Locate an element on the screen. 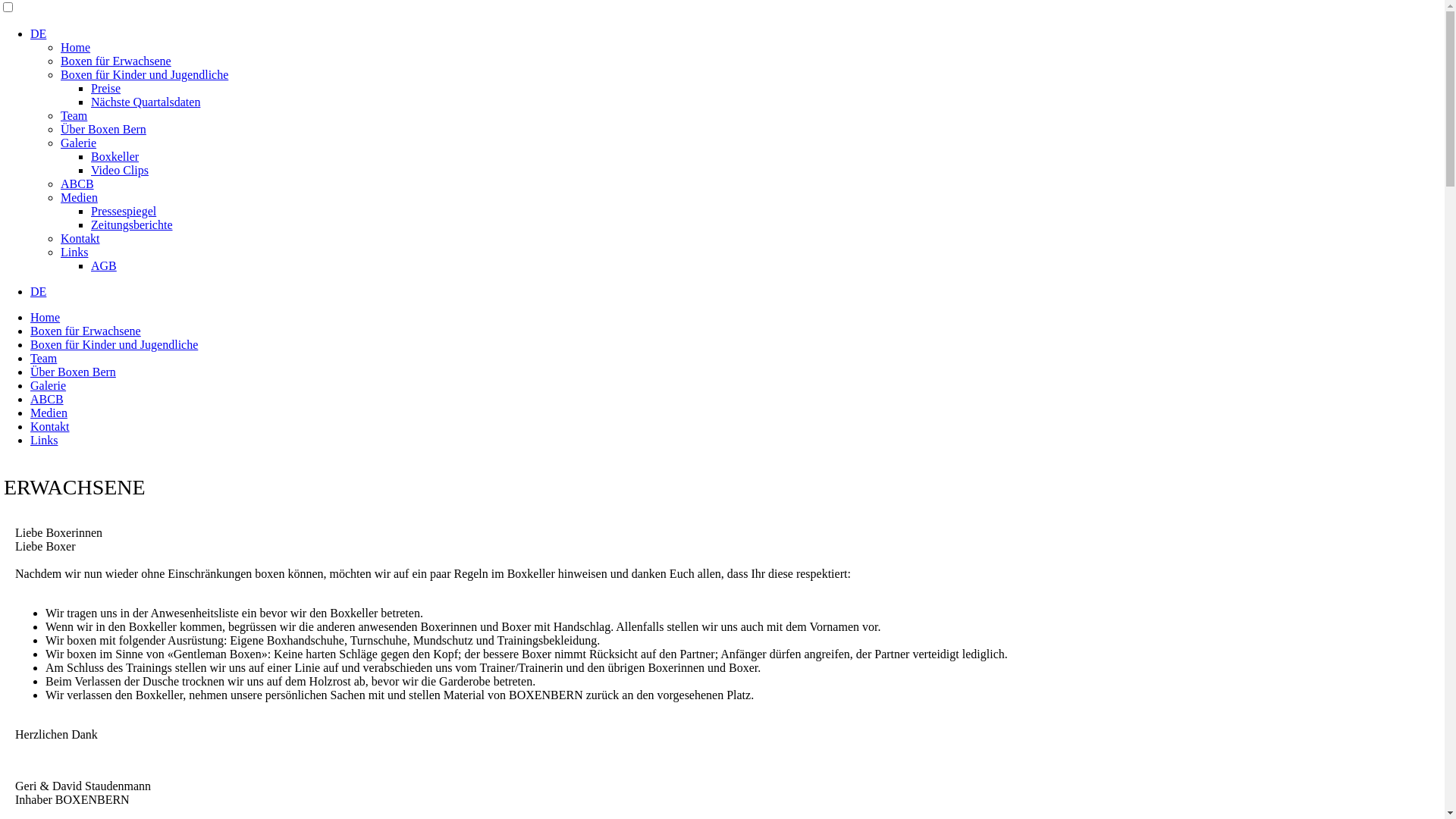 The height and width of the screenshot is (819, 1456). 'Kontakt' is located at coordinates (79, 238).